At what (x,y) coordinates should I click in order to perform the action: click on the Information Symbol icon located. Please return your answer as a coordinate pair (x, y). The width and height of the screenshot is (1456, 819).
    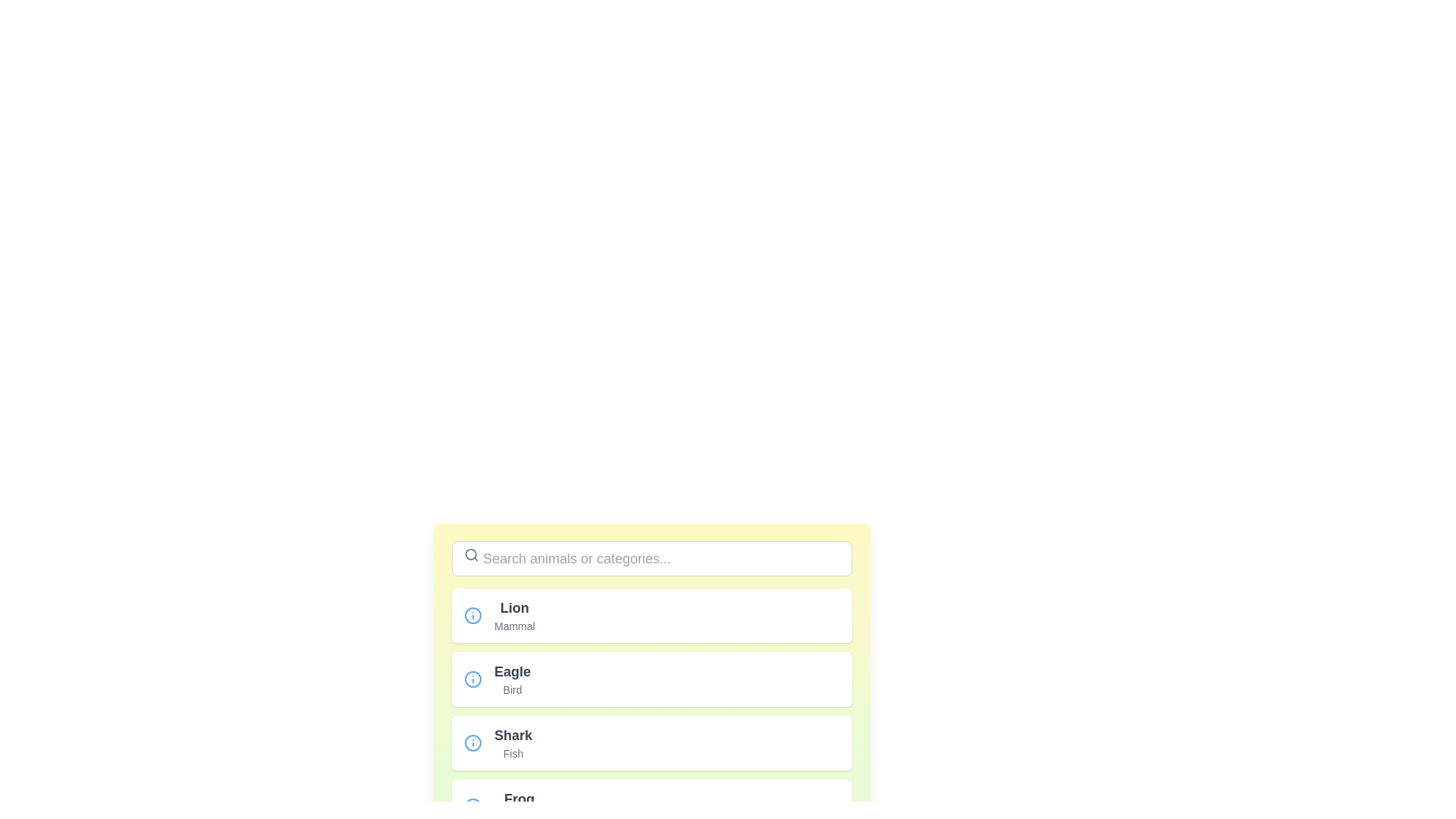
    Looking at the image, I should click on (472, 678).